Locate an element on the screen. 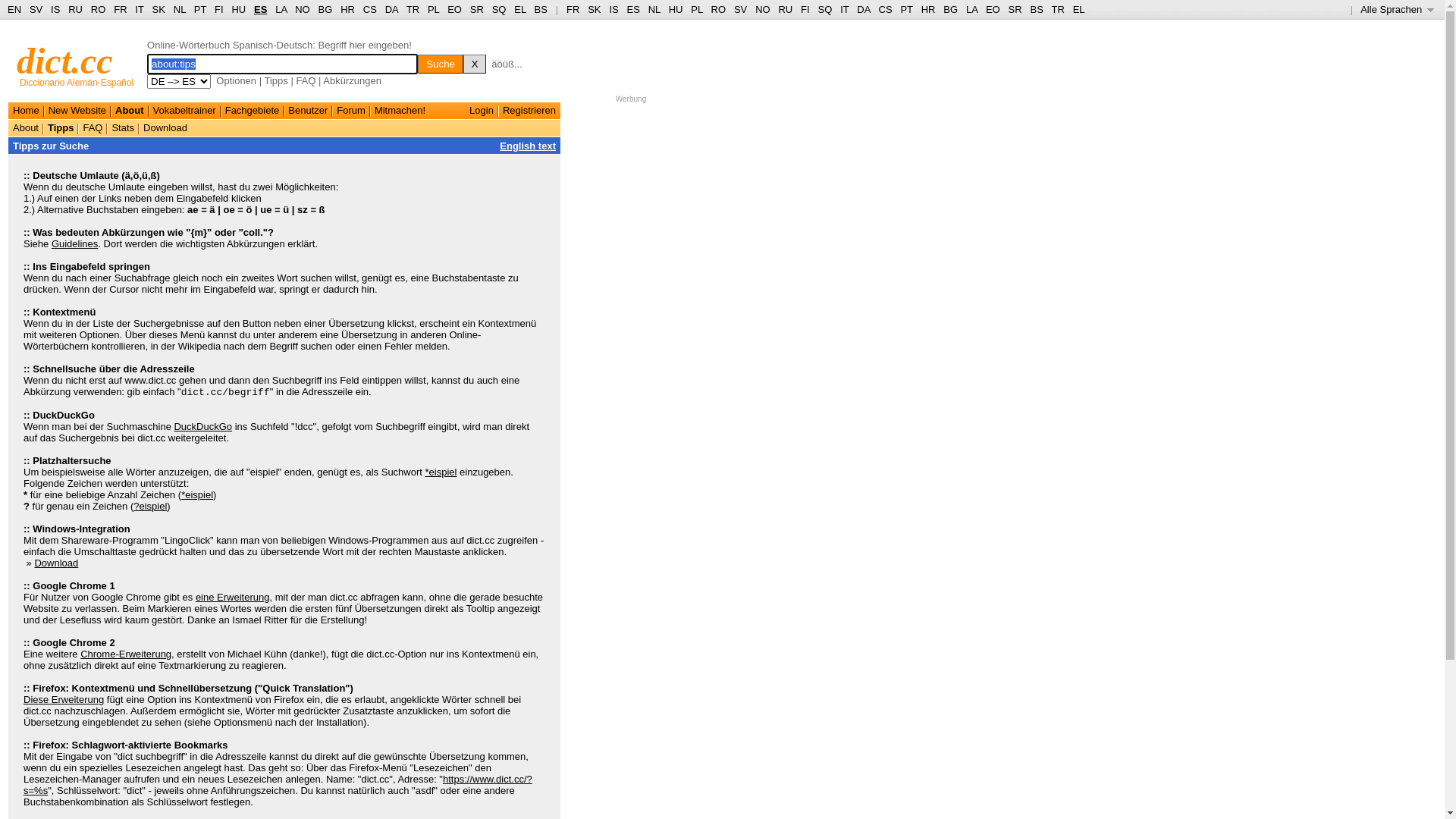  'FR' is located at coordinates (572, 9).